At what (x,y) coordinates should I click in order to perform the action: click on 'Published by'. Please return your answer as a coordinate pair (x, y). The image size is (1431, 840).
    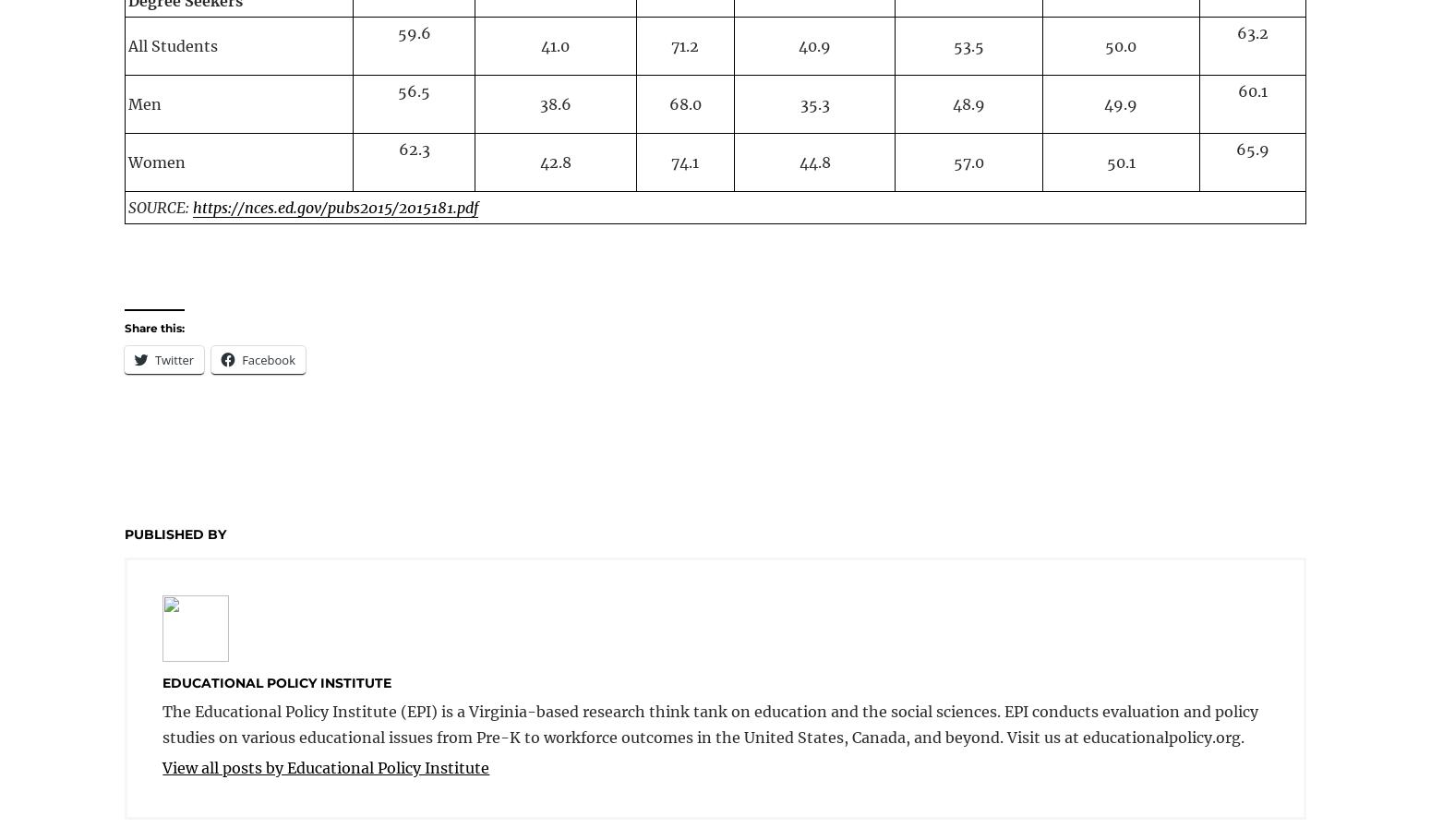
    Looking at the image, I should click on (174, 534).